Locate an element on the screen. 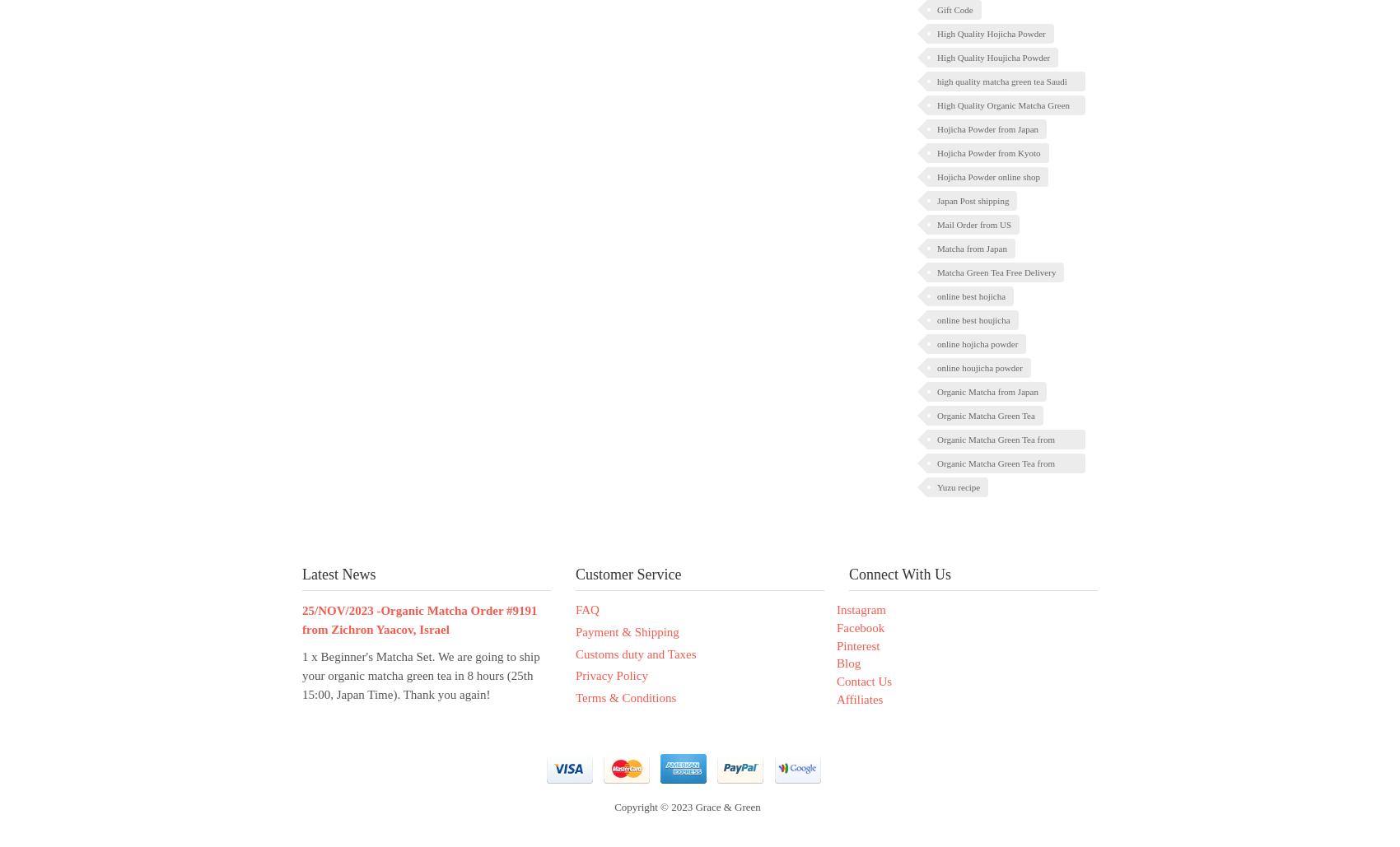 This screenshot has width=1400, height=847. 'Customs duty and Taxes' is located at coordinates (634, 653).